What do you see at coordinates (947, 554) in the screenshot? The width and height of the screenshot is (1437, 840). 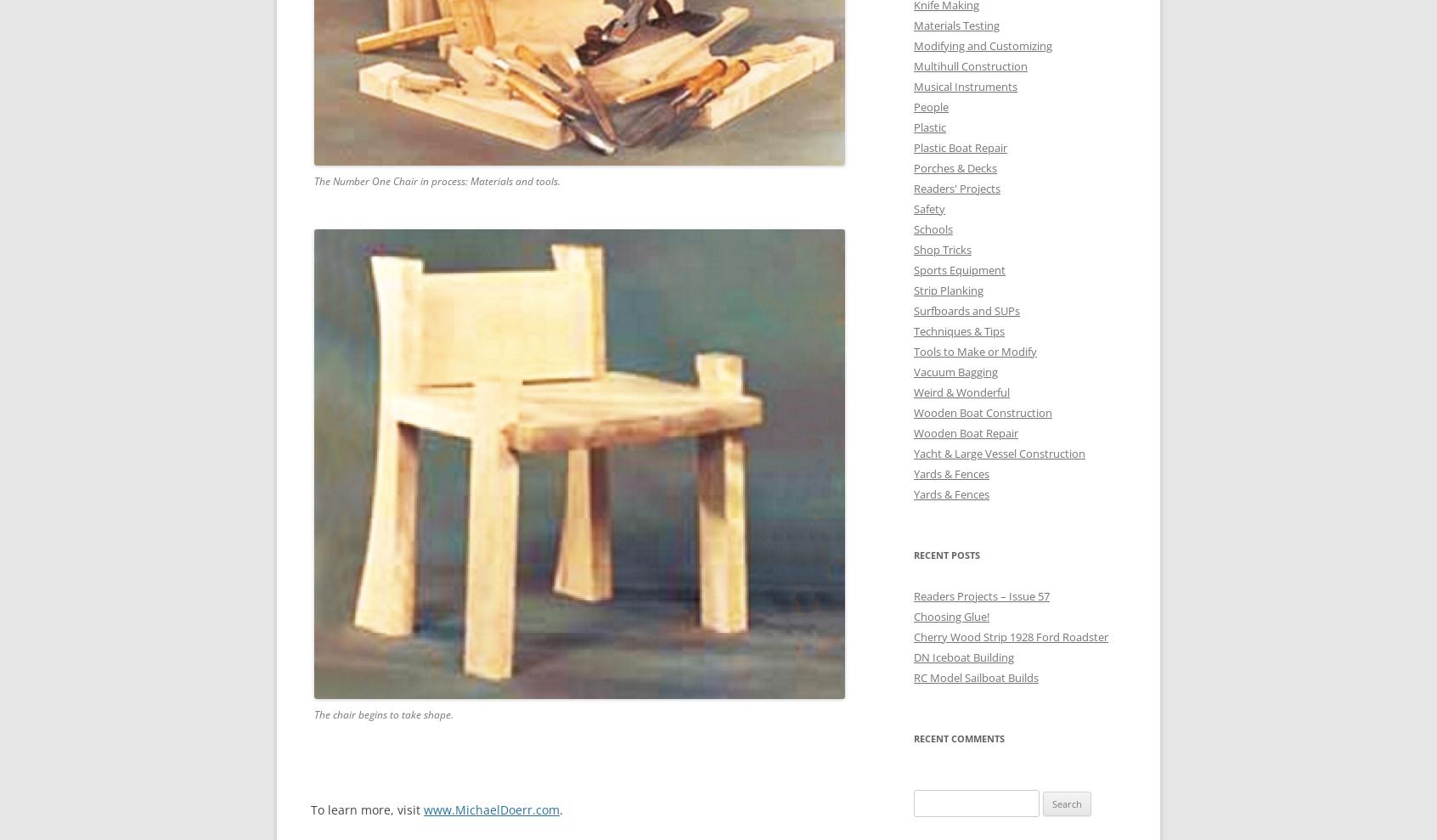 I see `'Recent Posts'` at bounding box center [947, 554].